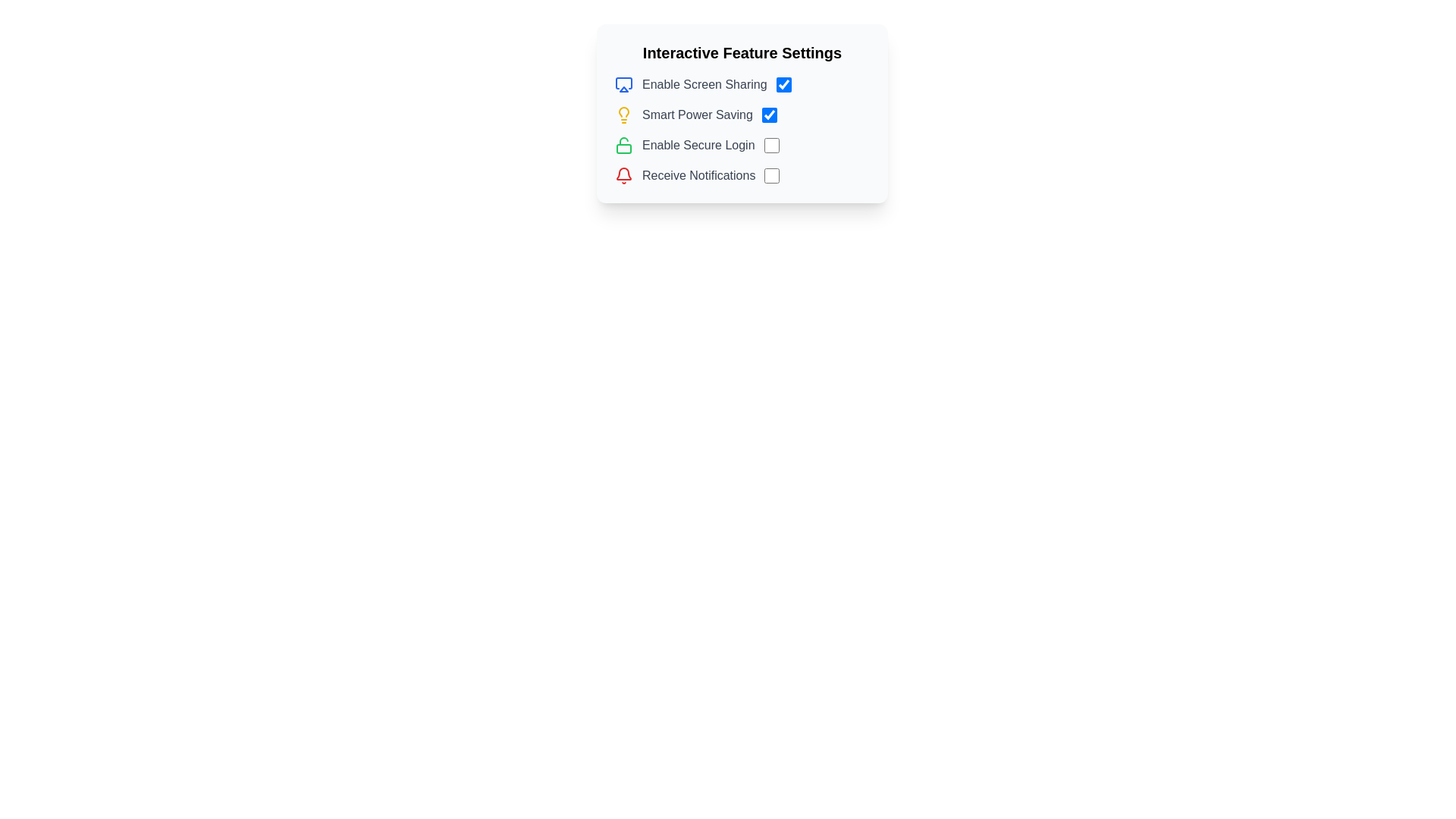 The height and width of the screenshot is (819, 1456). What do you see at coordinates (623, 146) in the screenshot?
I see `the unlocked state icon for the 'Enable Secure Login' setting, which is aligned with other icons in the interactive feature settings section` at bounding box center [623, 146].